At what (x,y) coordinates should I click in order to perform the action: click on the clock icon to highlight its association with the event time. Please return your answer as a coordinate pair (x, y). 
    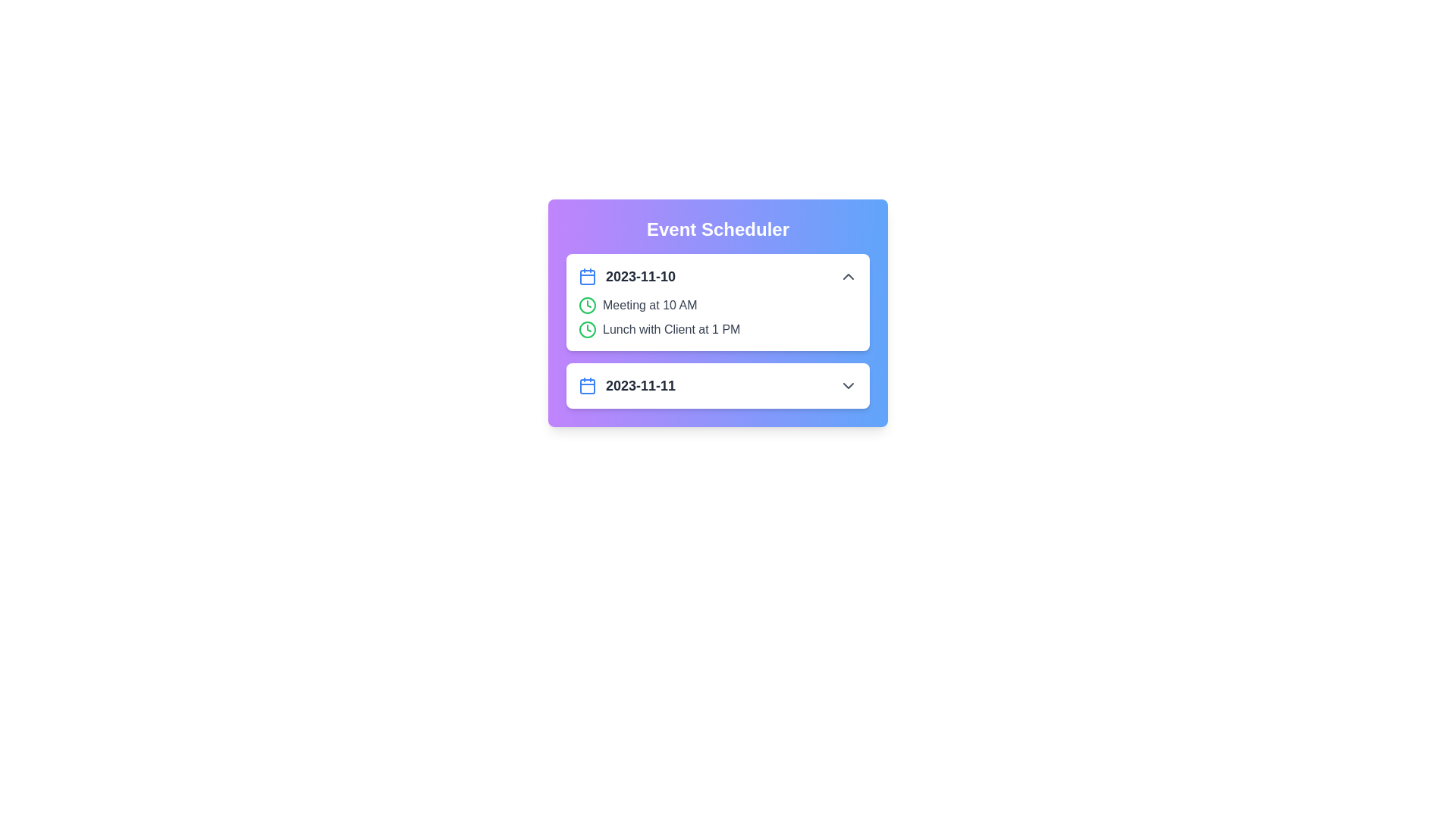
    Looking at the image, I should click on (586, 305).